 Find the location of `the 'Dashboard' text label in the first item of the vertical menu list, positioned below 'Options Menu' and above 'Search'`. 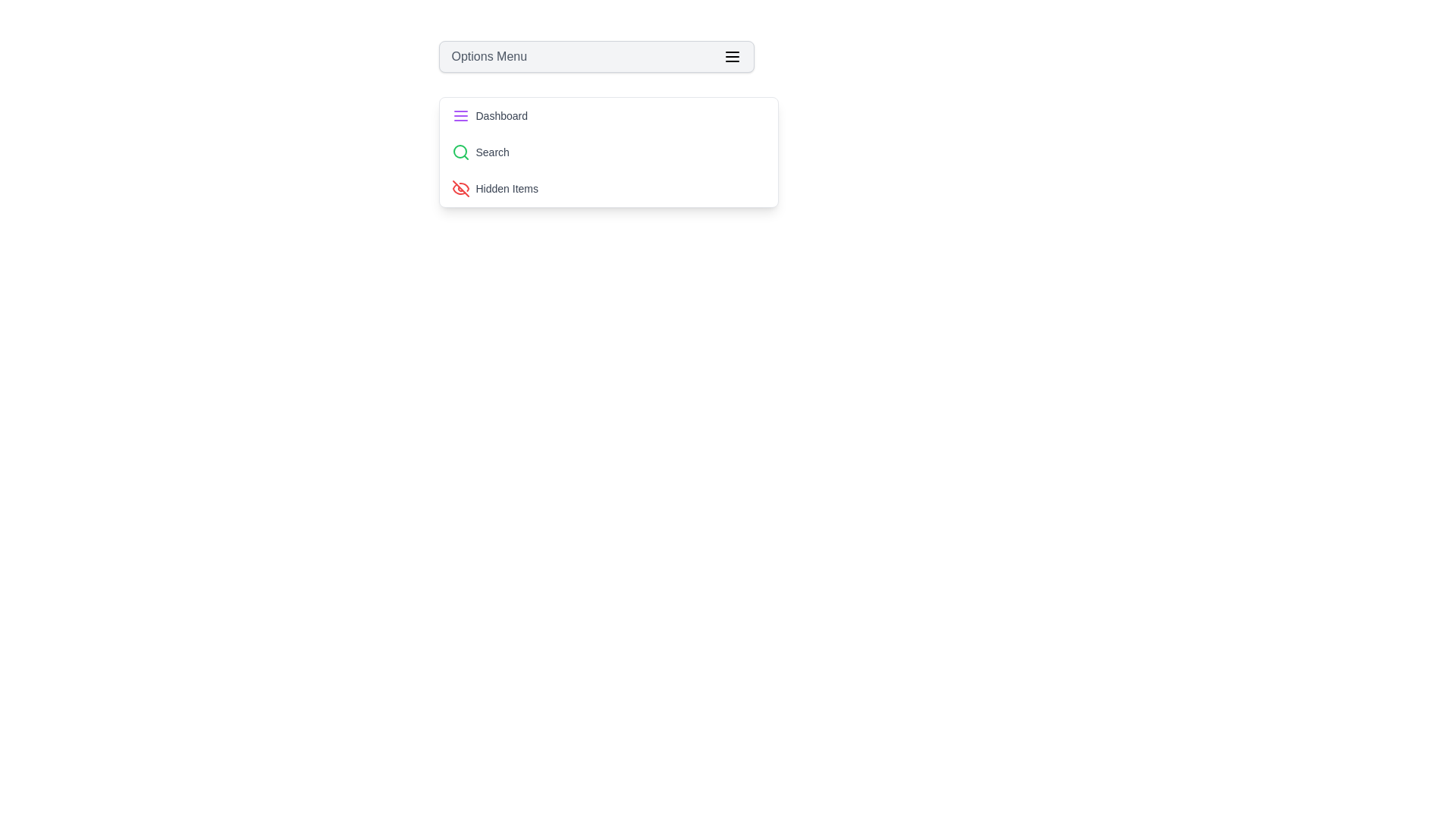

the 'Dashboard' text label in the first item of the vertical menu list, positioned below 'Options Menu' and above 'Search' is located at coordinates (501, 115).